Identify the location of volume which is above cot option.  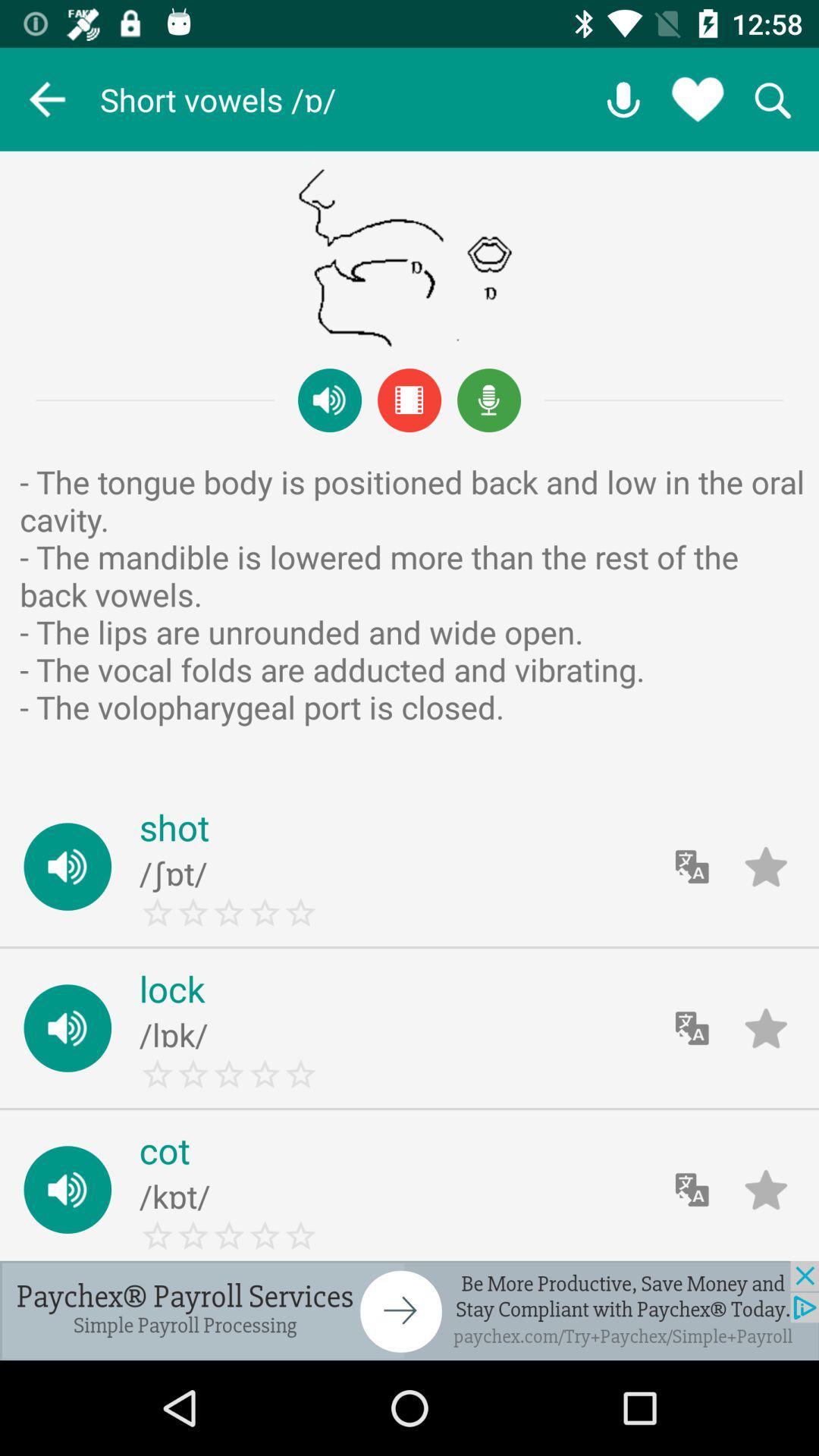
(67, 1028).